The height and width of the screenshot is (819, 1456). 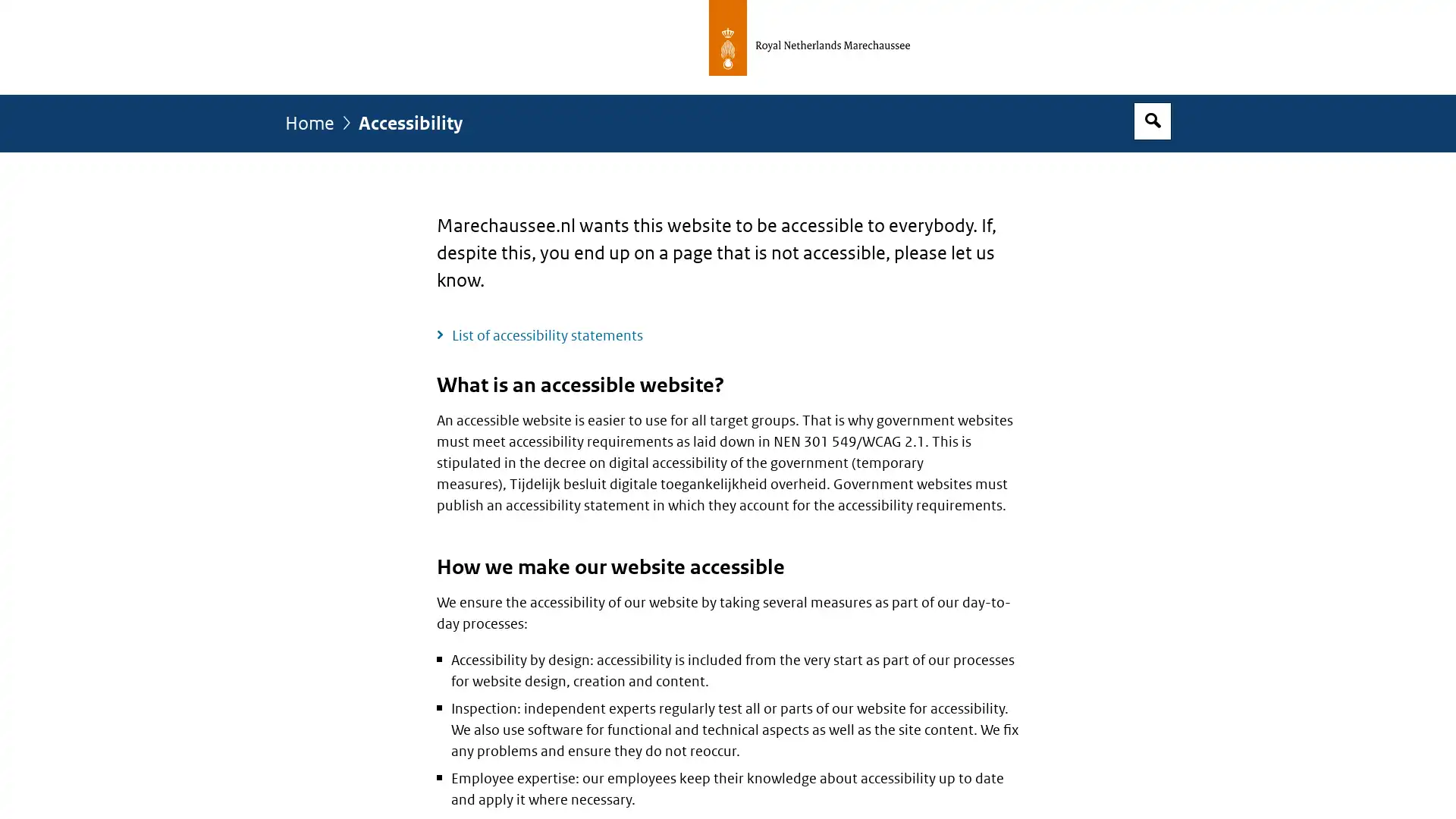 What do you see at coordinates (1153, 120) in the screenshot?
I see `Open search box` at bounding box center [1153, 120].